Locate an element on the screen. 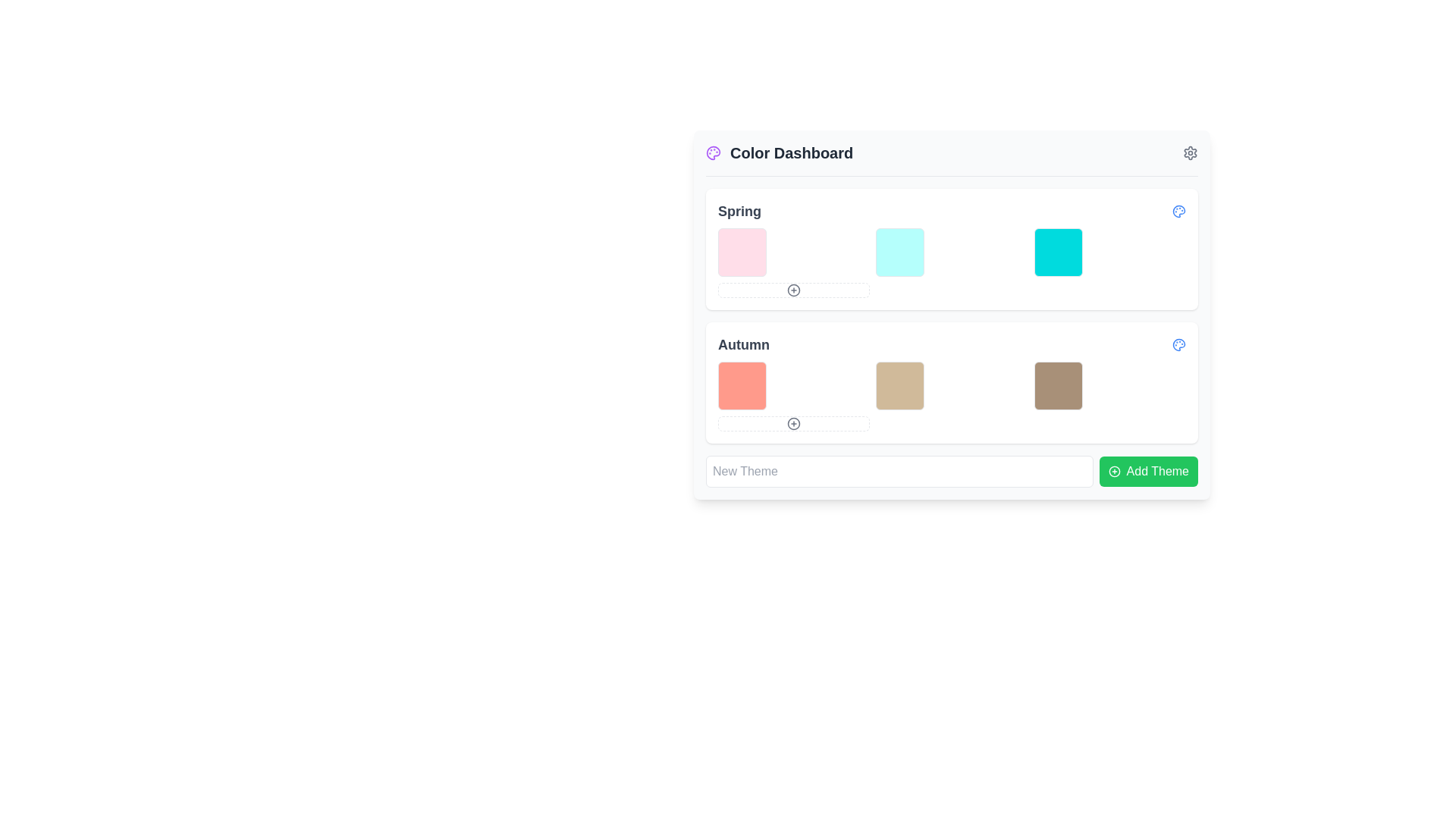  the settings icon located at the top-right corner of the header section containing the 'Color Dashboard' title is located at coordinates (1189, 152).